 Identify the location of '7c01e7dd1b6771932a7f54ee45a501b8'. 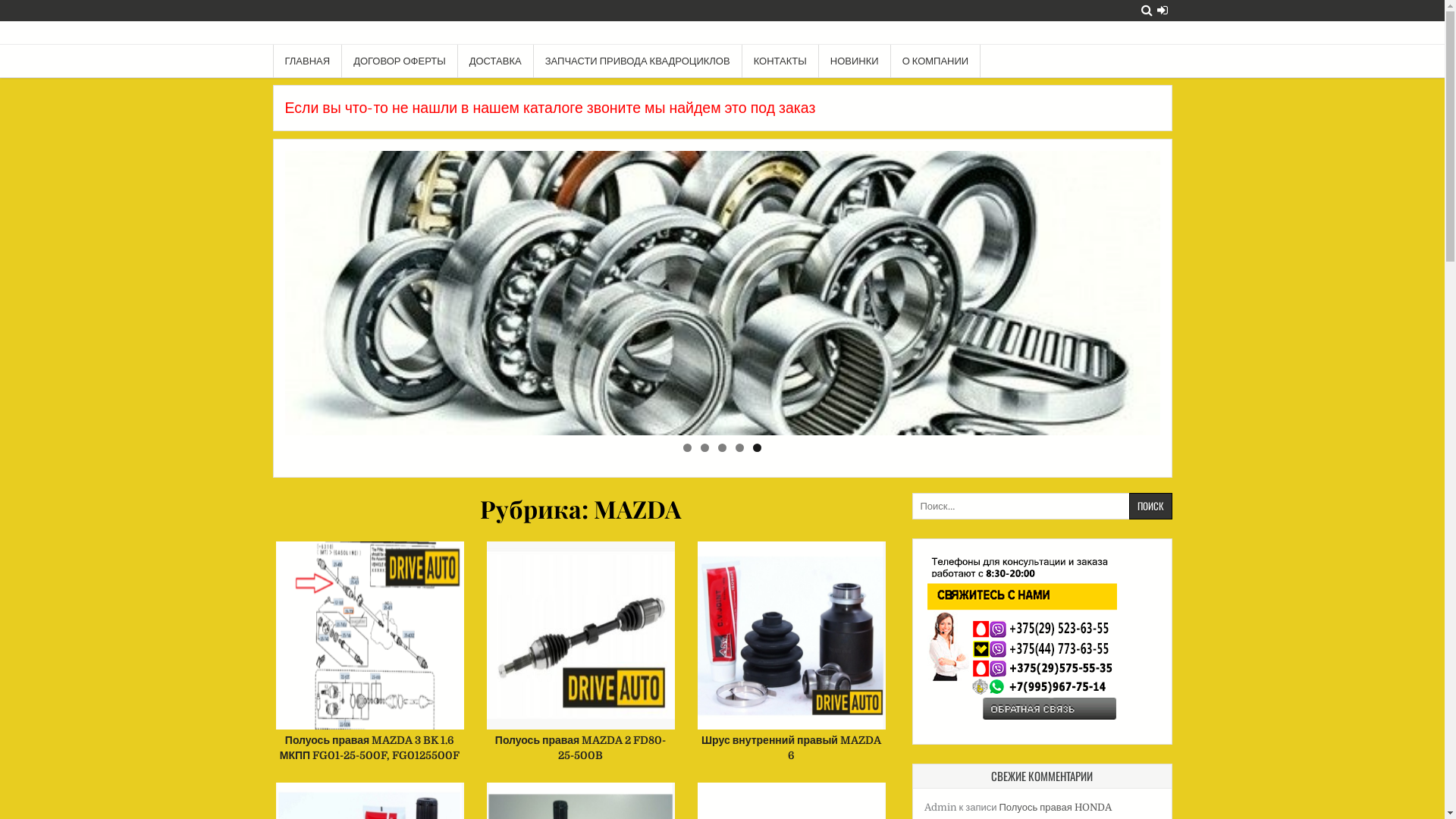
(722, 293).